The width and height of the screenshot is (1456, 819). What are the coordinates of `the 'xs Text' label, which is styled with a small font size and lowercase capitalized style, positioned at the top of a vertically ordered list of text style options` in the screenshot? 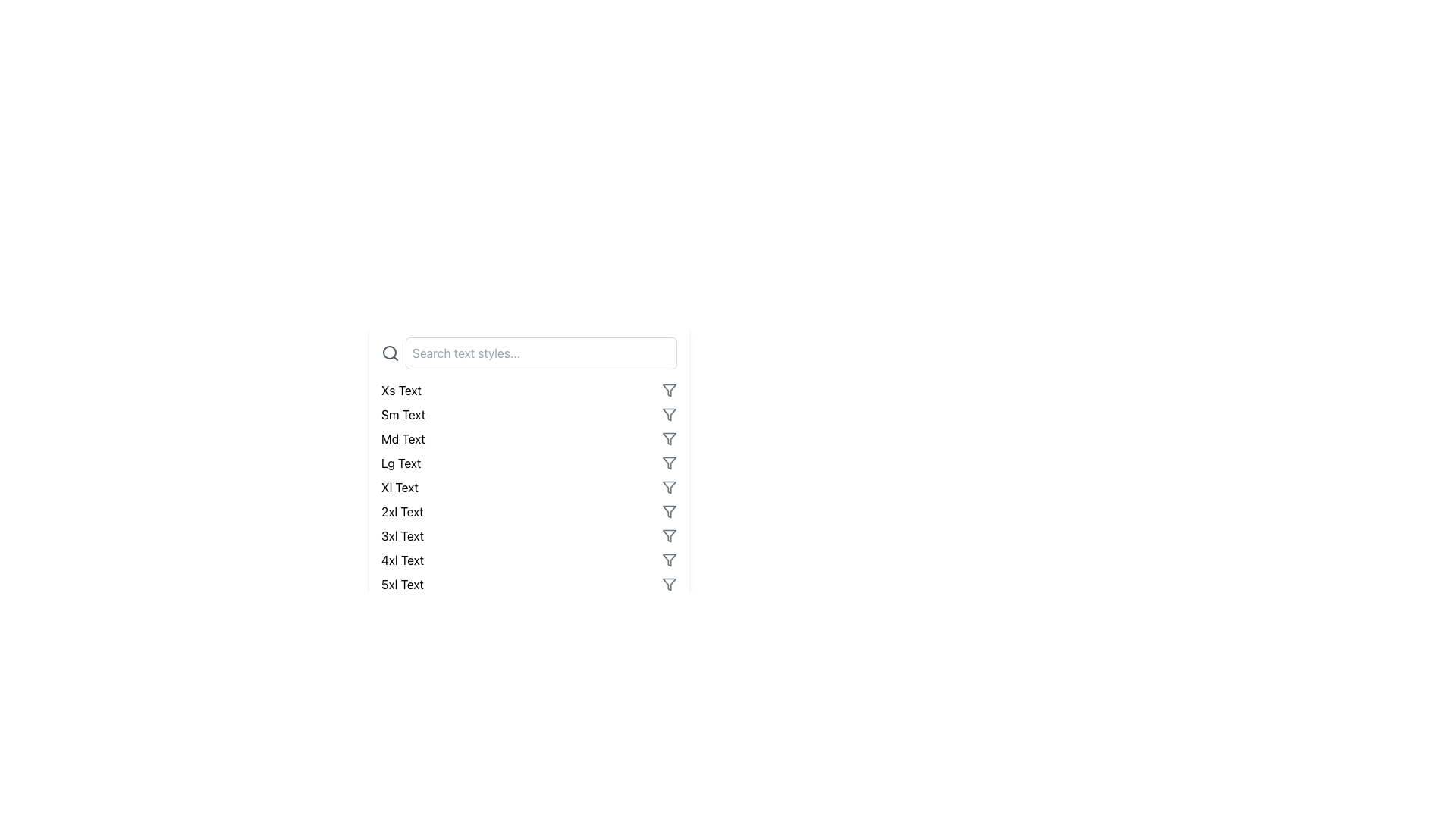 It's located at (401, 390).